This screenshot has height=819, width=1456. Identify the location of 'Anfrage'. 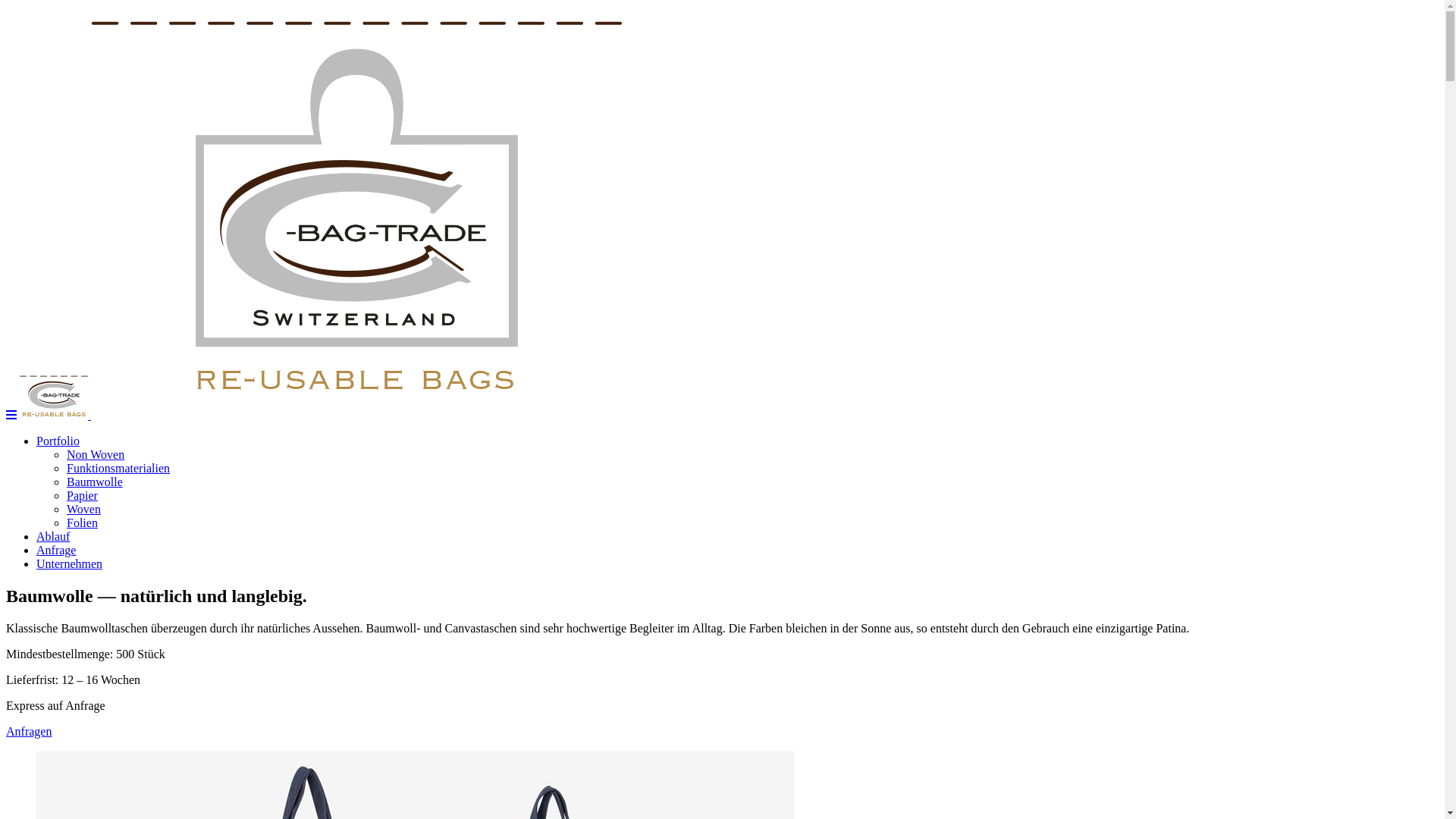
(36, 550).